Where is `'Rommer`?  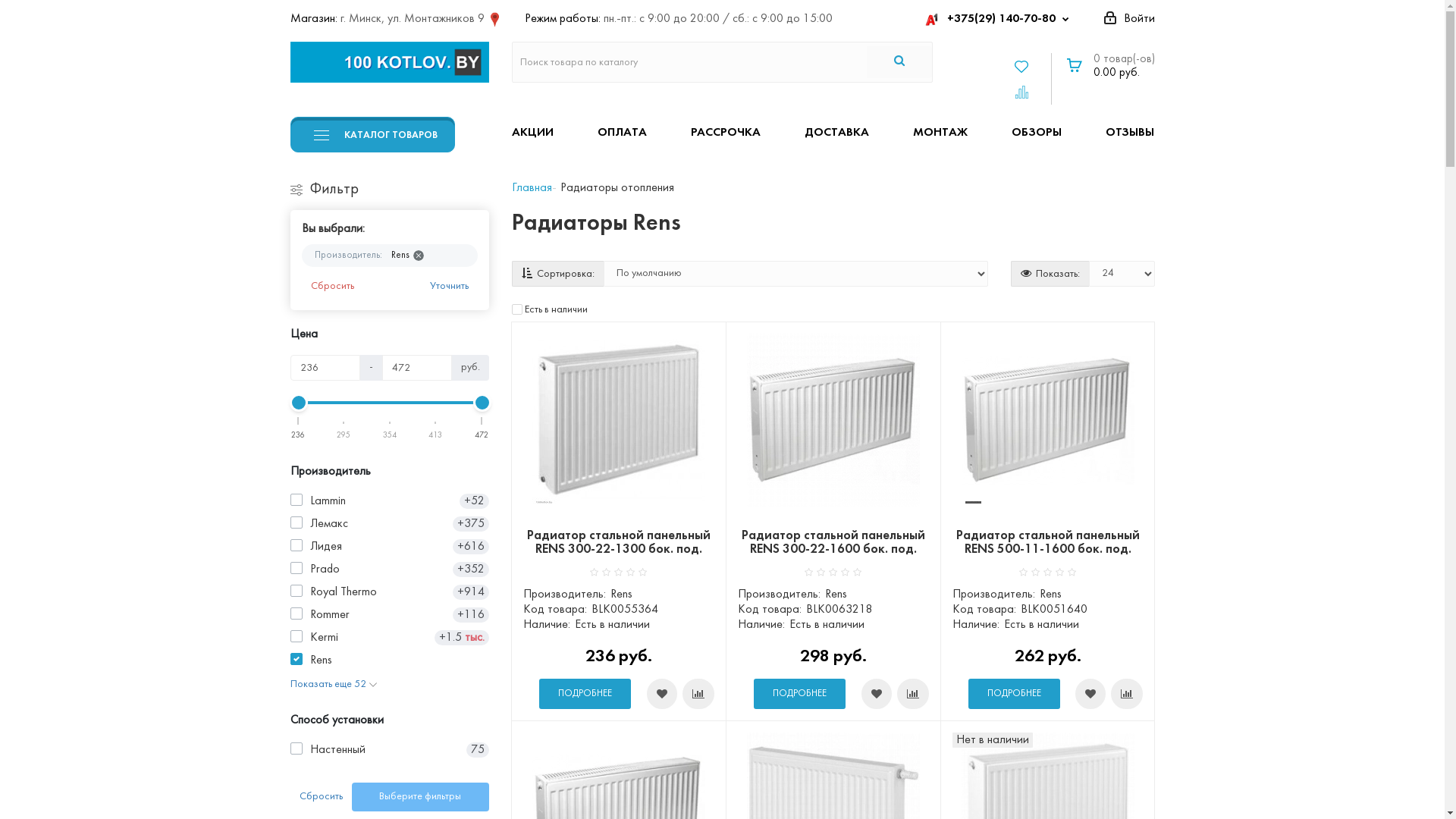
'Rommer is located at coordinates (389, 614).